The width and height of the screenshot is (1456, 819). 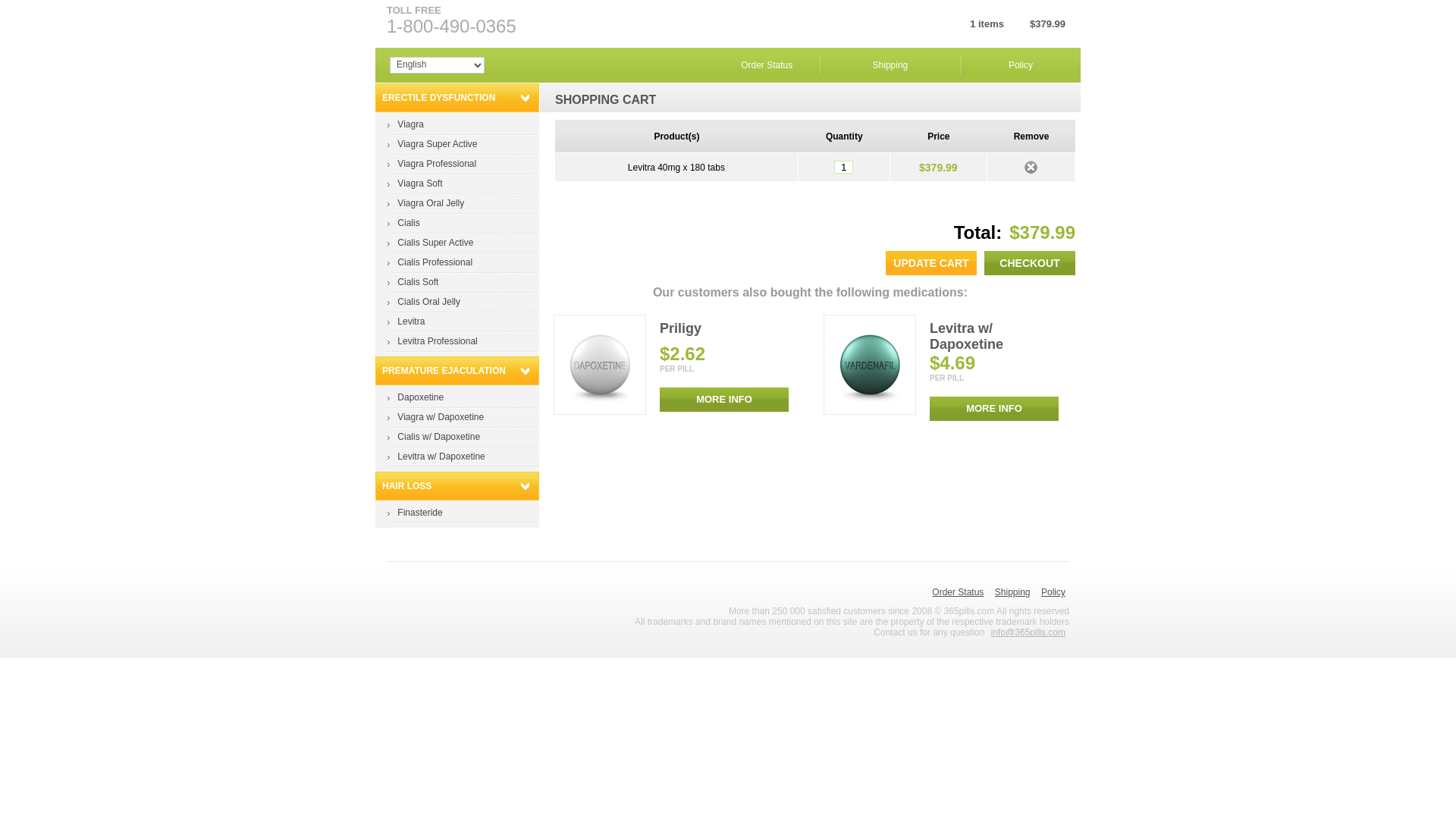 What do you see at coordinates (397, 242) in the screenshot?
I see `'Cialis Super Active'` at bounding box center [397, 242].